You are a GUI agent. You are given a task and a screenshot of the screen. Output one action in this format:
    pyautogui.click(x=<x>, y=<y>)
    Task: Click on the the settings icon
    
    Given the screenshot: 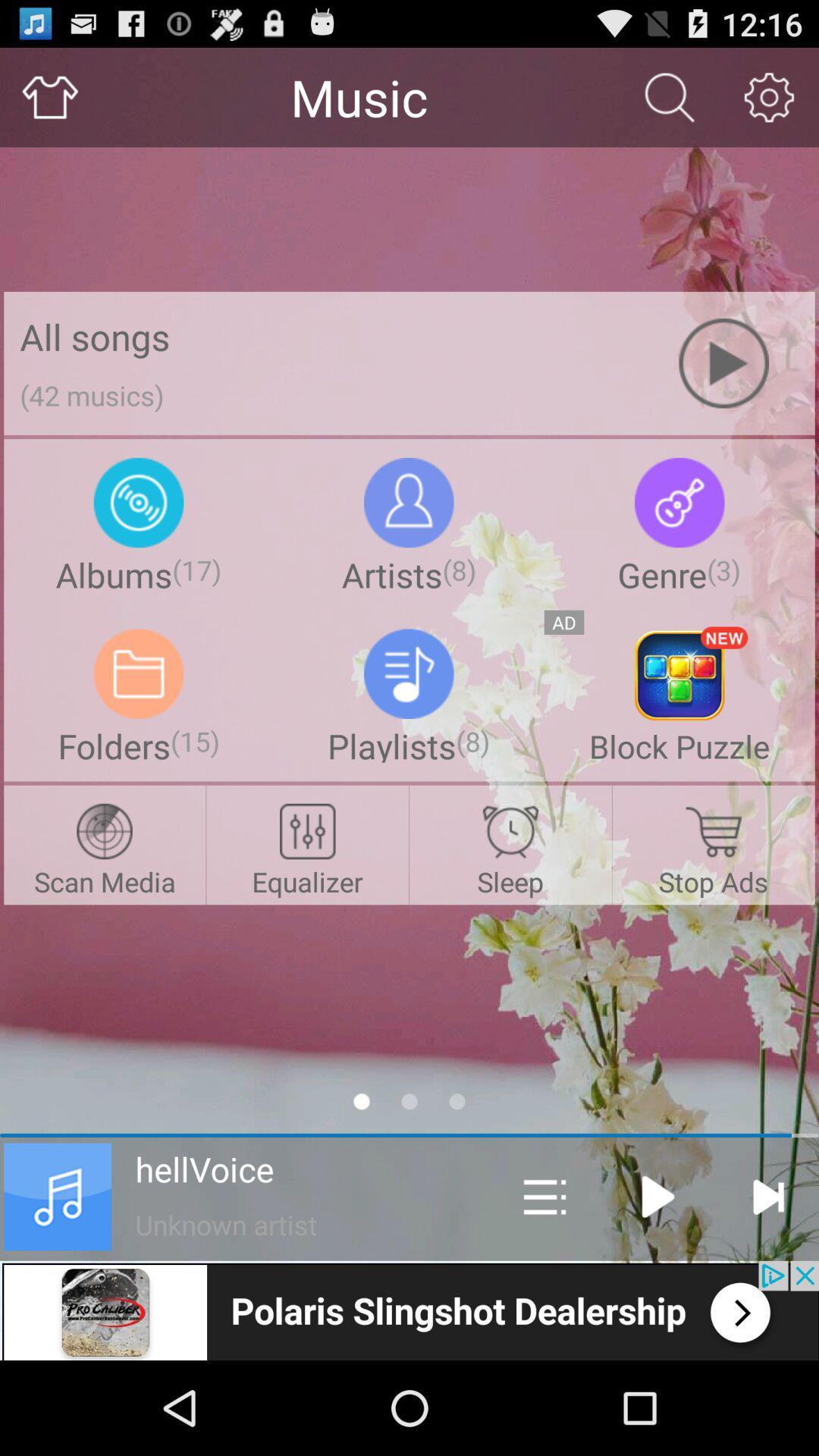 What is the action you would take?
    pyautogui.click(x=769, y=103)
    